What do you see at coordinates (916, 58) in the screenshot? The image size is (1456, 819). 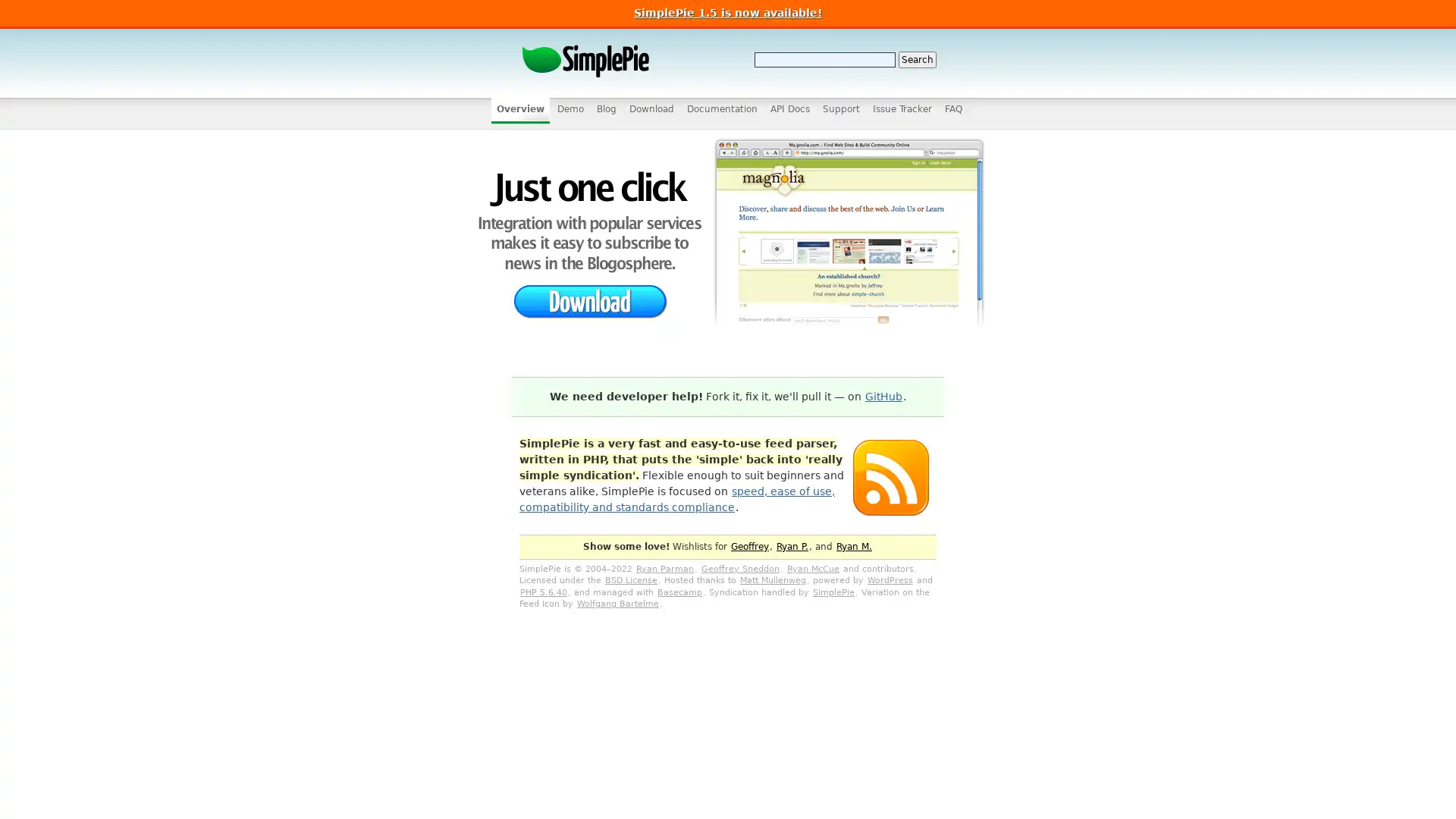 I see `Search` at bounding box center [916, 58].